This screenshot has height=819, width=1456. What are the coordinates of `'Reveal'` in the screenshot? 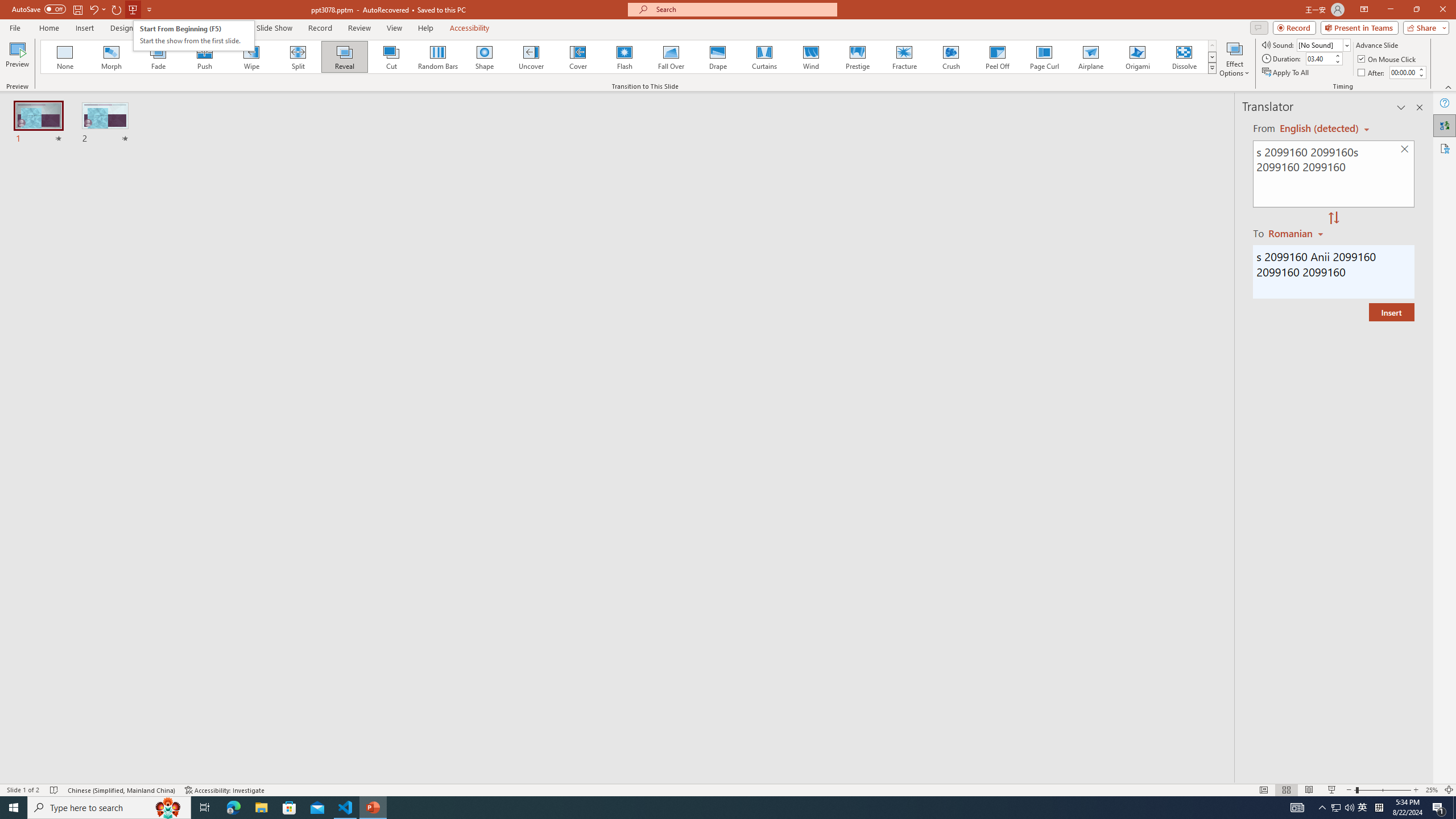 It's located at (345, 56).